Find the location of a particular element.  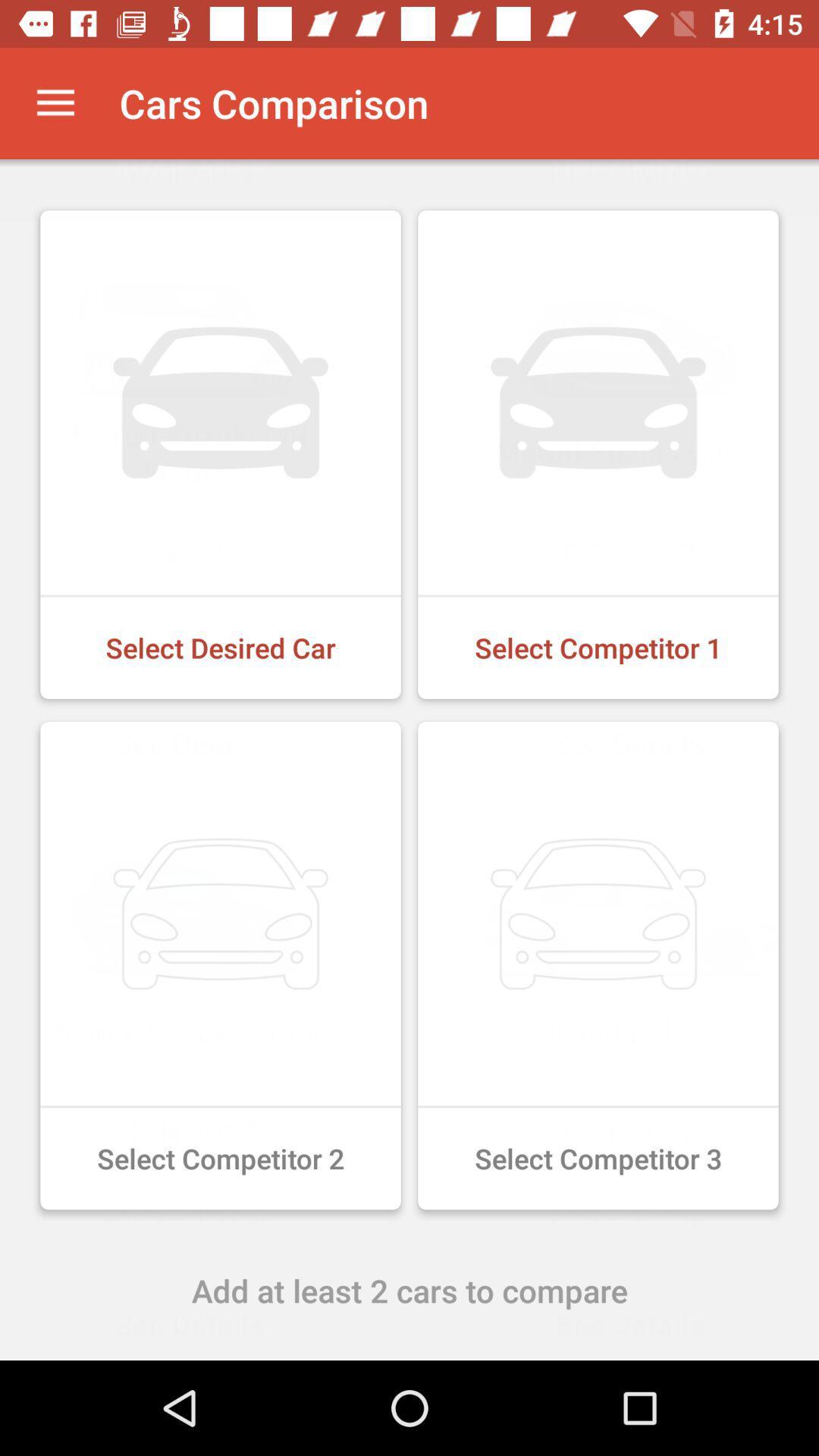

the item to the left of cars comparison is located at coordinates (55, 102).